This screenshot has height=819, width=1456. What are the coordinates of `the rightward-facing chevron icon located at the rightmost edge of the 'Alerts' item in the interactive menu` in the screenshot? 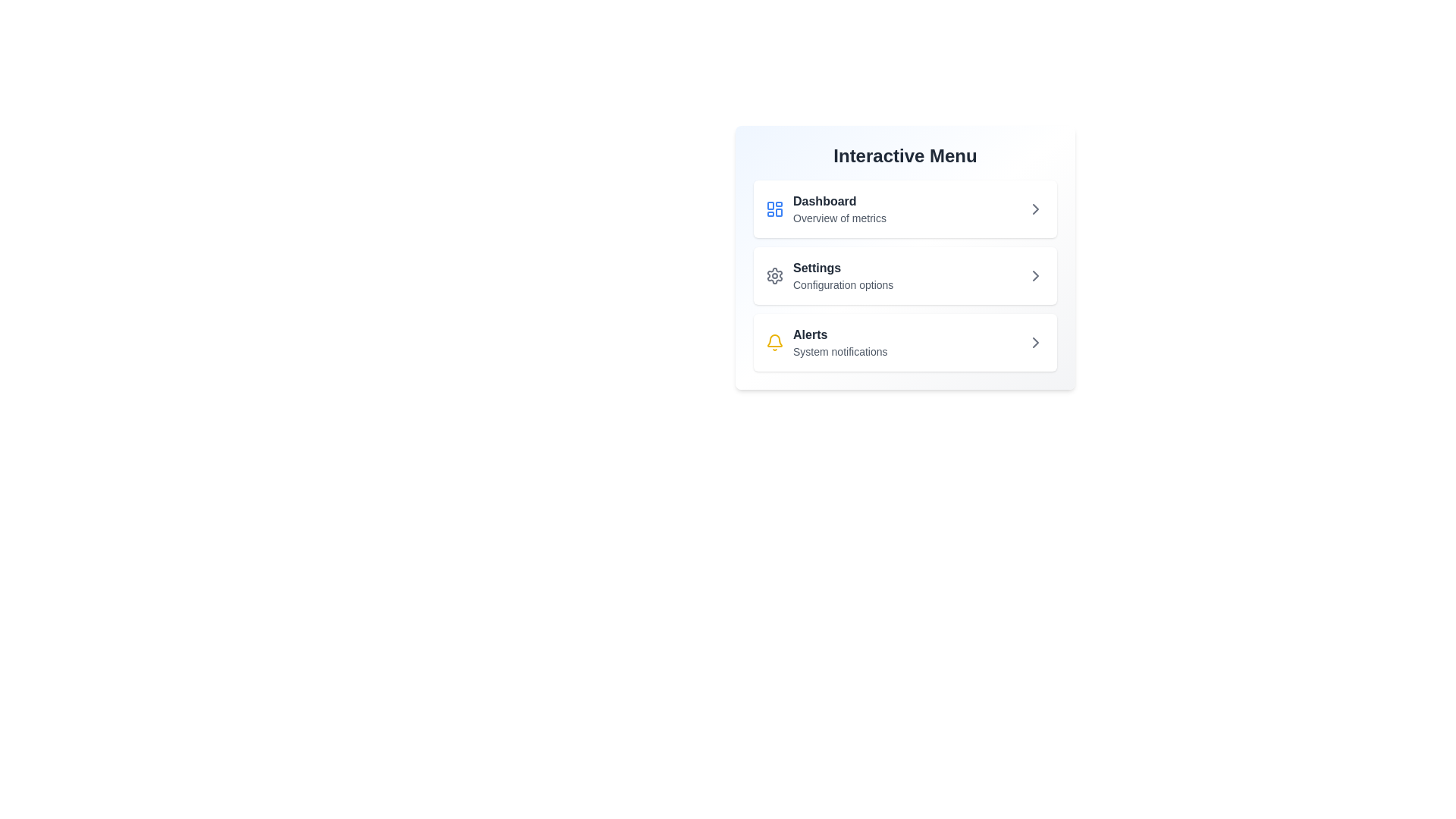 It's located at (1035, 342).